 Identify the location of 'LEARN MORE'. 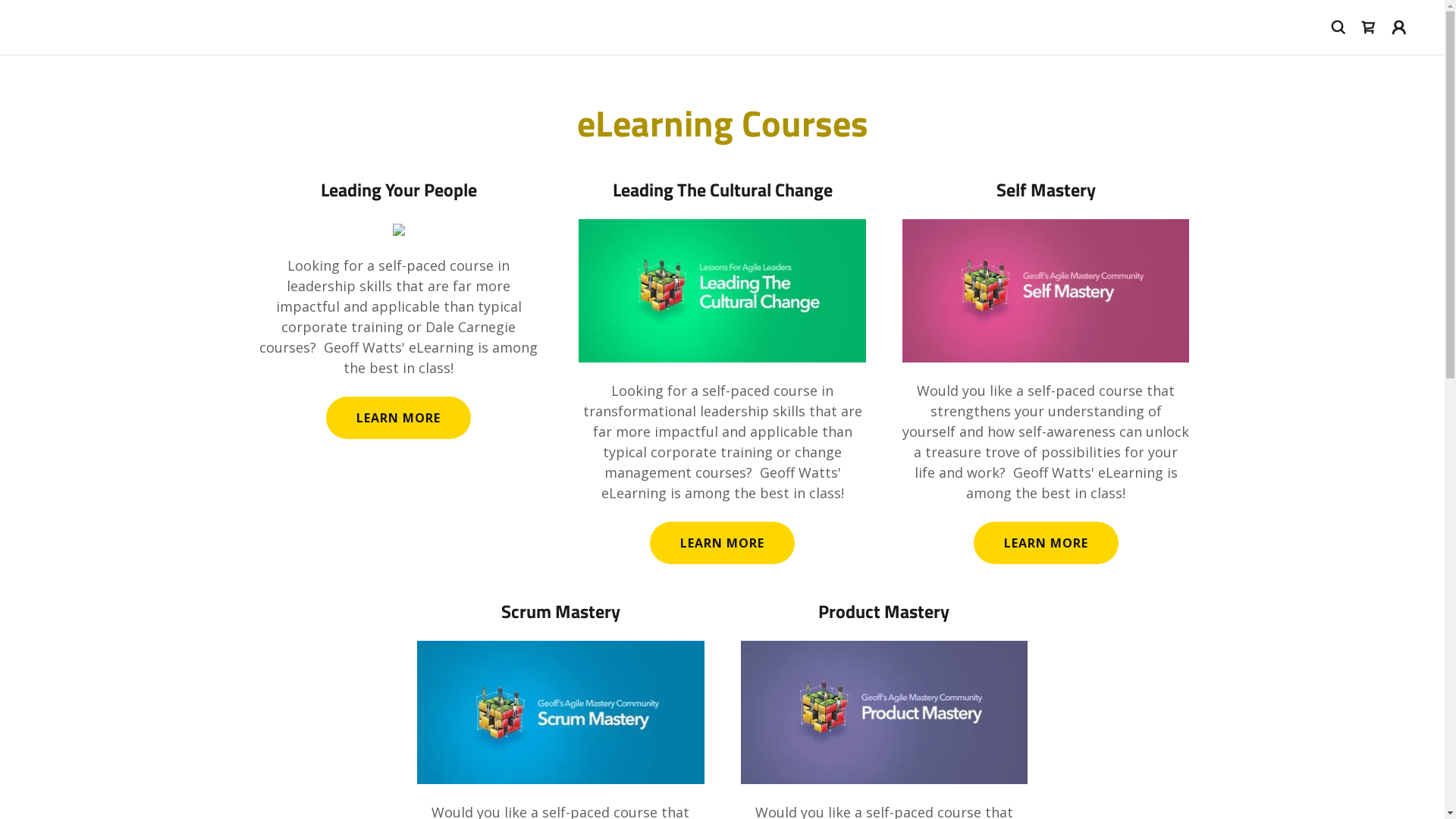
(325, 418).